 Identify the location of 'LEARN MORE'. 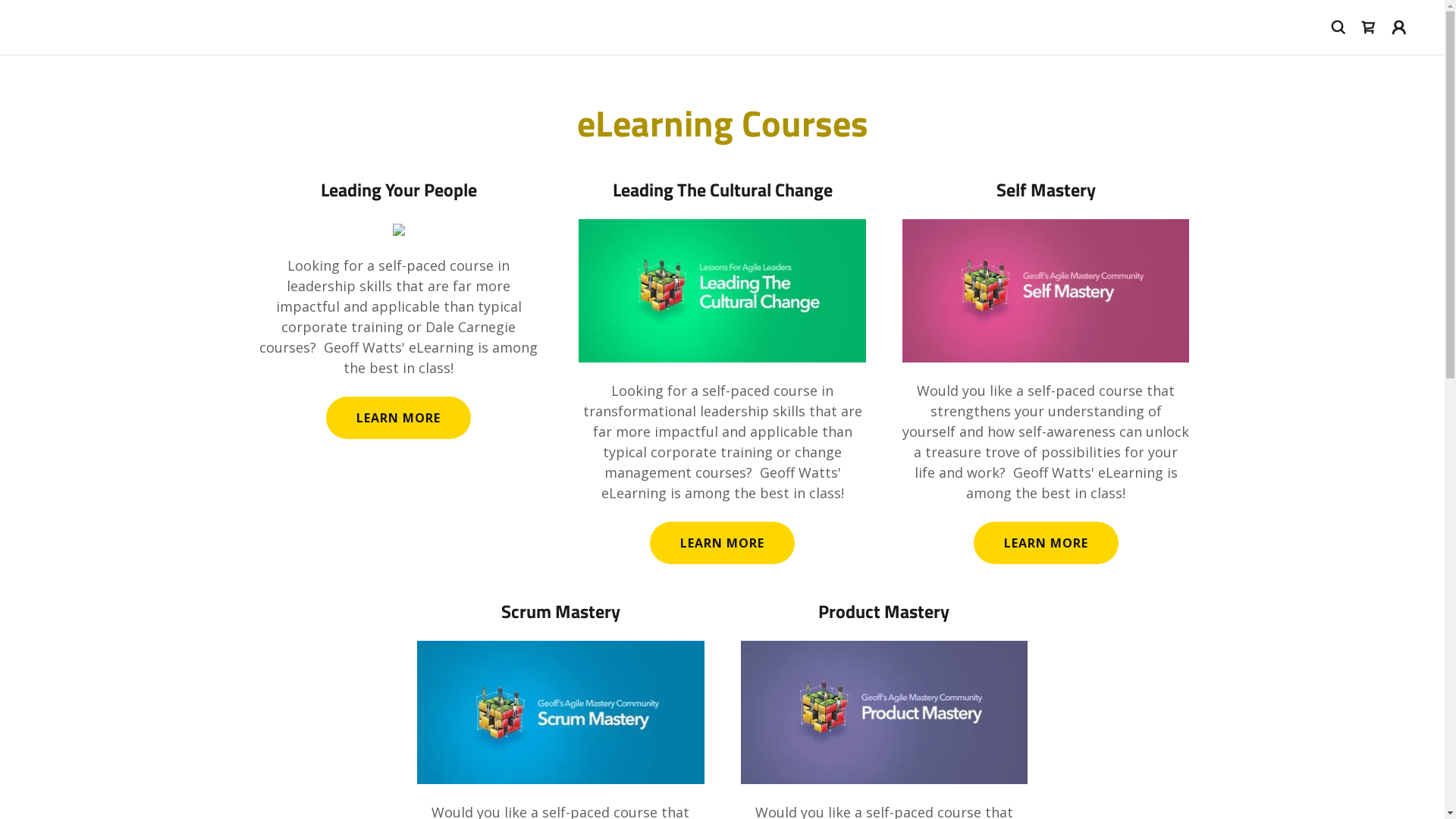
(325, 418).